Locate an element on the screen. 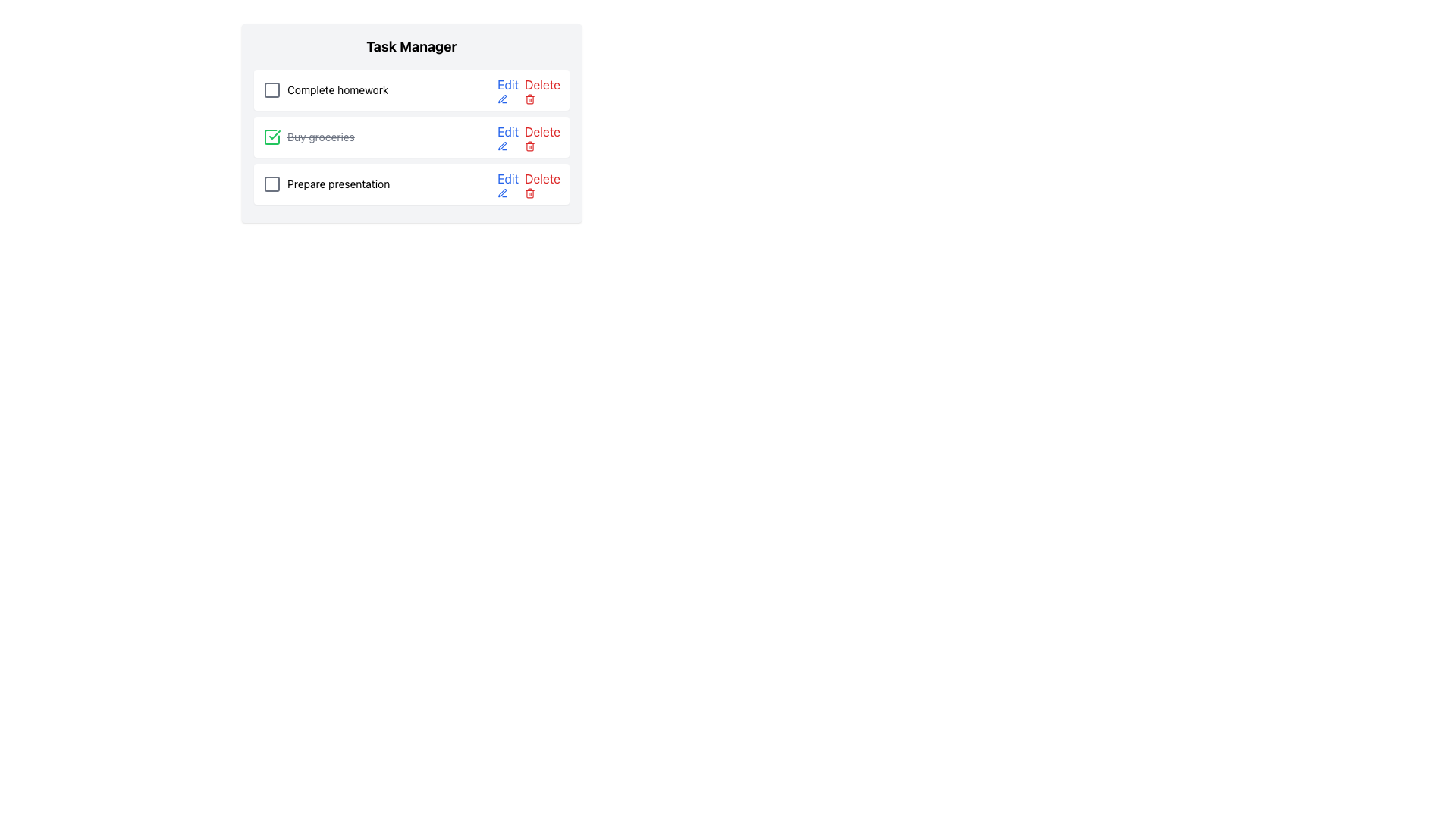 The width and height of the screenshot is (1456, 819). the text element displaying 'Buy groceries' which is marked as done with a strikethrough effect and gray coloring in the 'Task Manager' interface is located at coordinates (320, 137).